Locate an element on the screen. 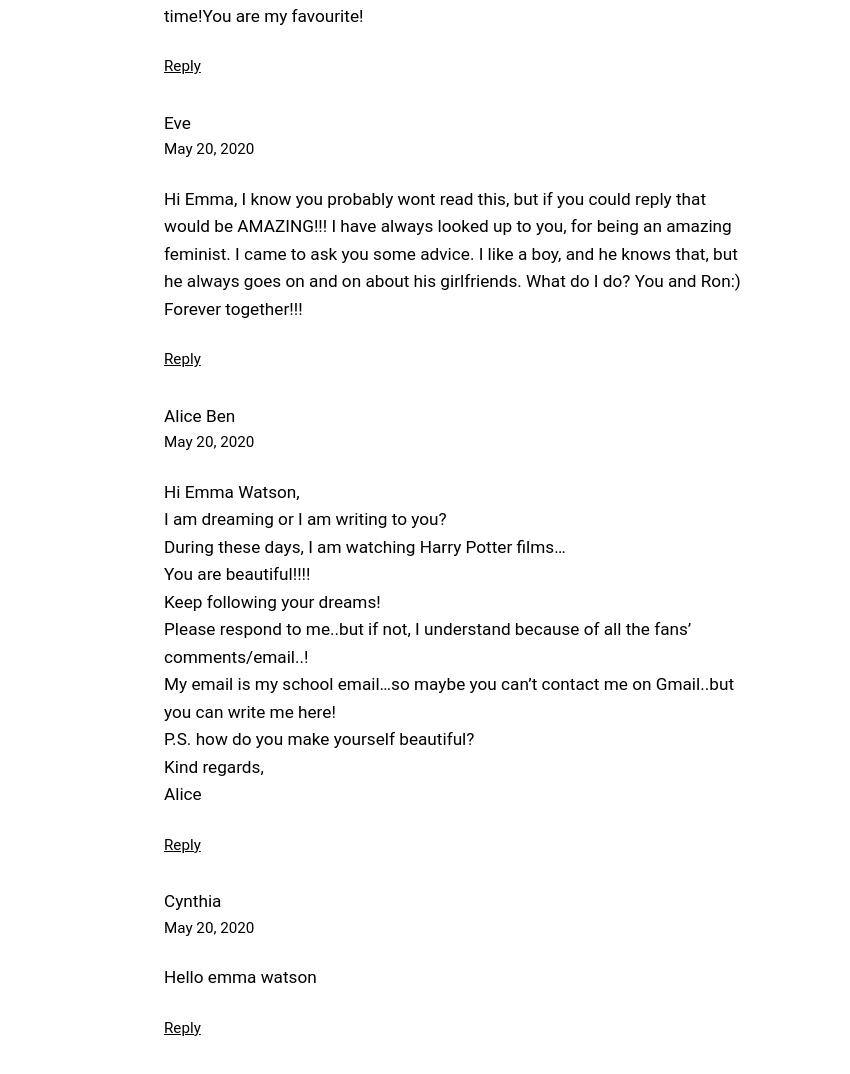  'I am dreaming or I am writing to you?' is located at coordinates (304, 518).